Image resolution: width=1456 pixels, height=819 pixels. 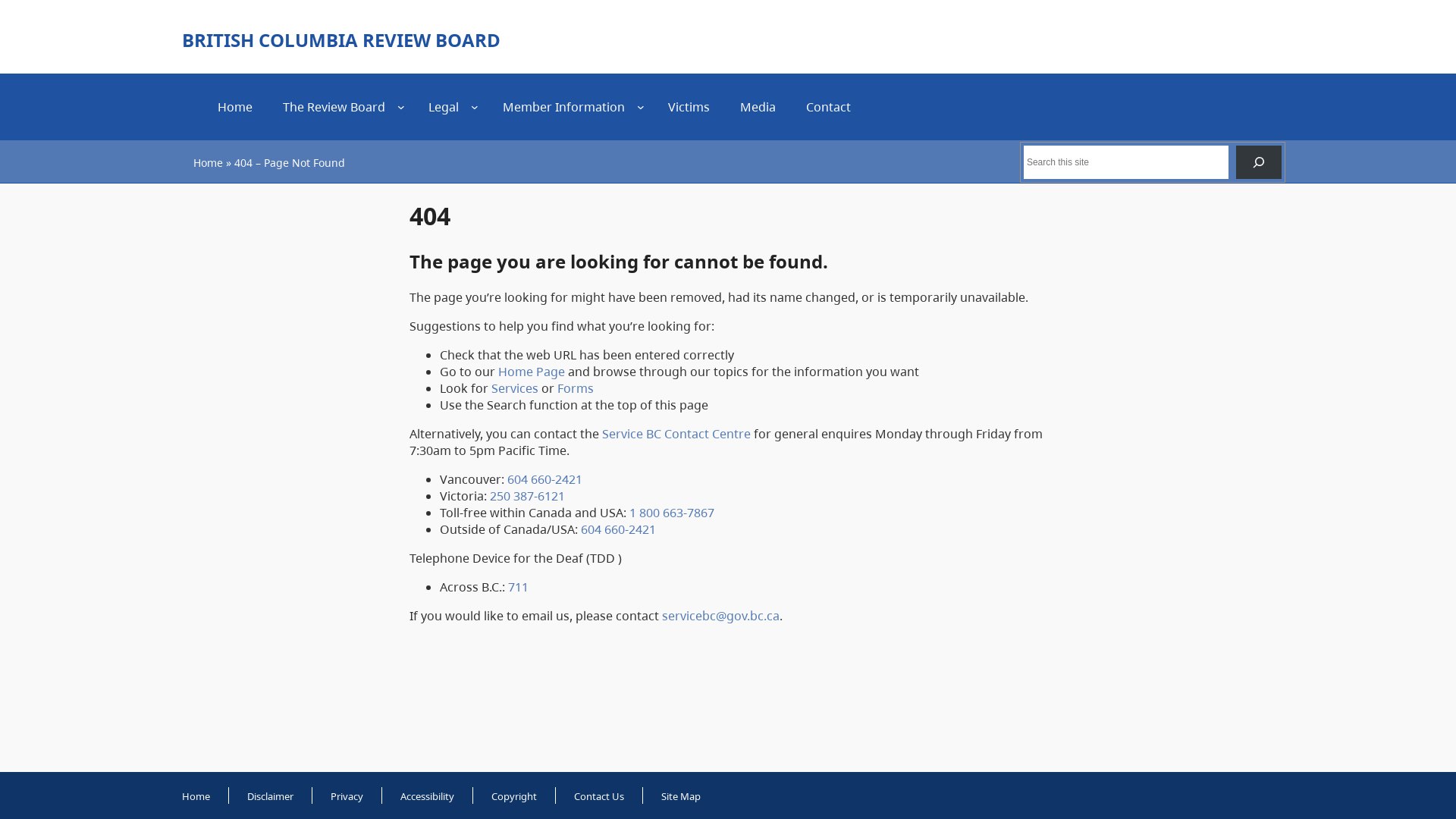 I want to click on 'Copyright', so click(x=513, y=795).